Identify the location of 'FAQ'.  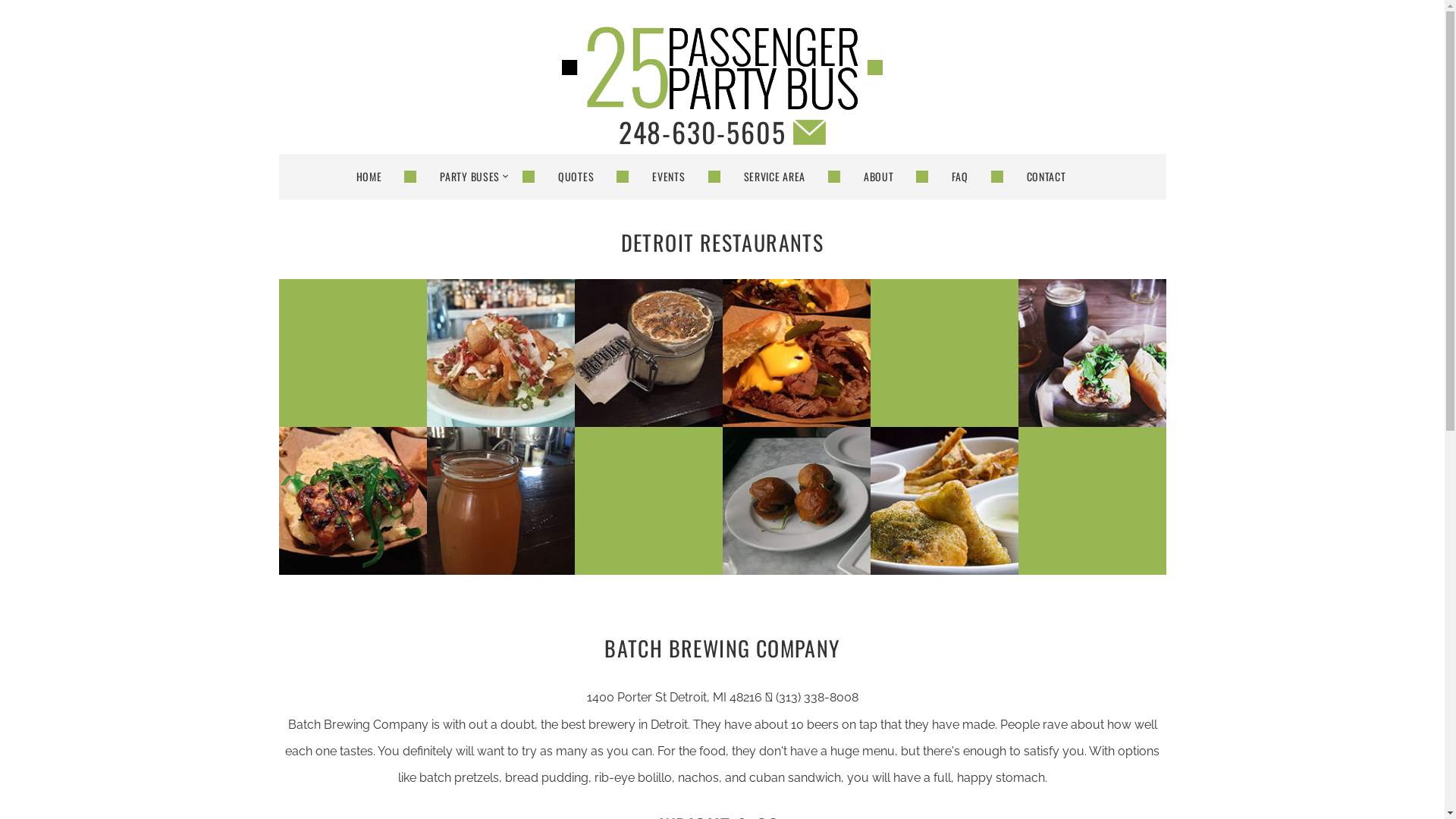
(952, 175).